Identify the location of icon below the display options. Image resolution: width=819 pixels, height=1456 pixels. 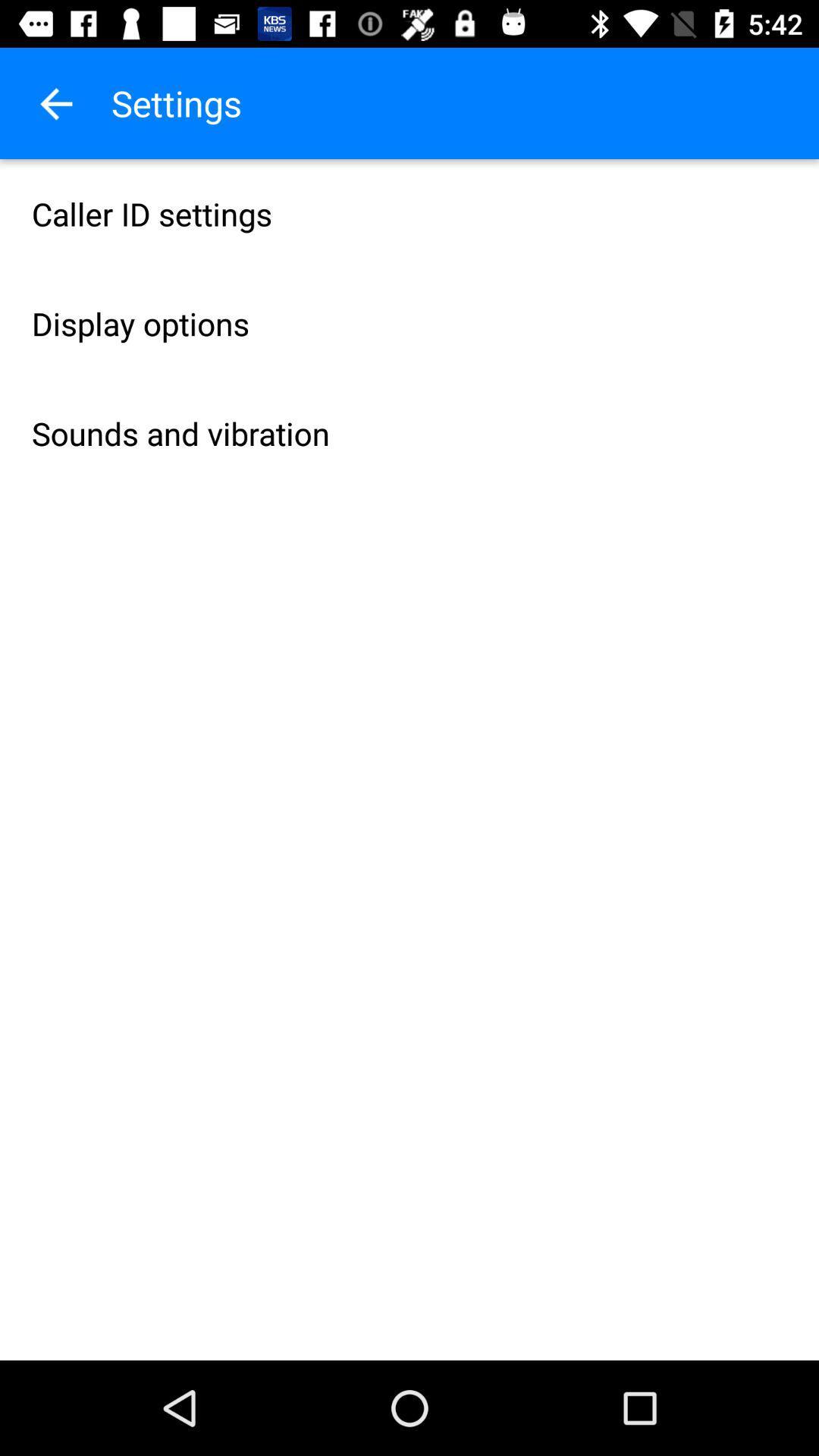
(409, 432).